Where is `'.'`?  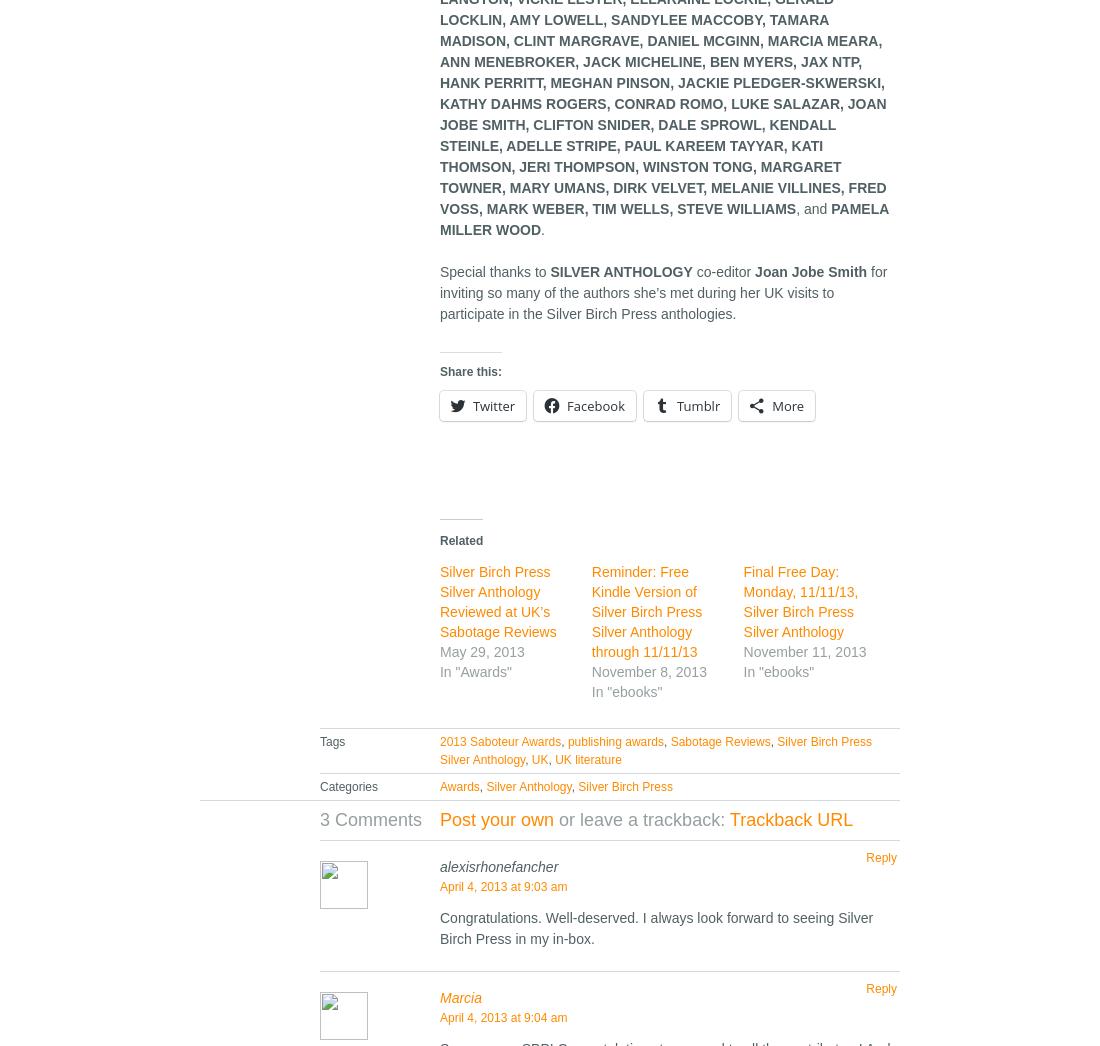 '.' is located at coordinates (542, 227).